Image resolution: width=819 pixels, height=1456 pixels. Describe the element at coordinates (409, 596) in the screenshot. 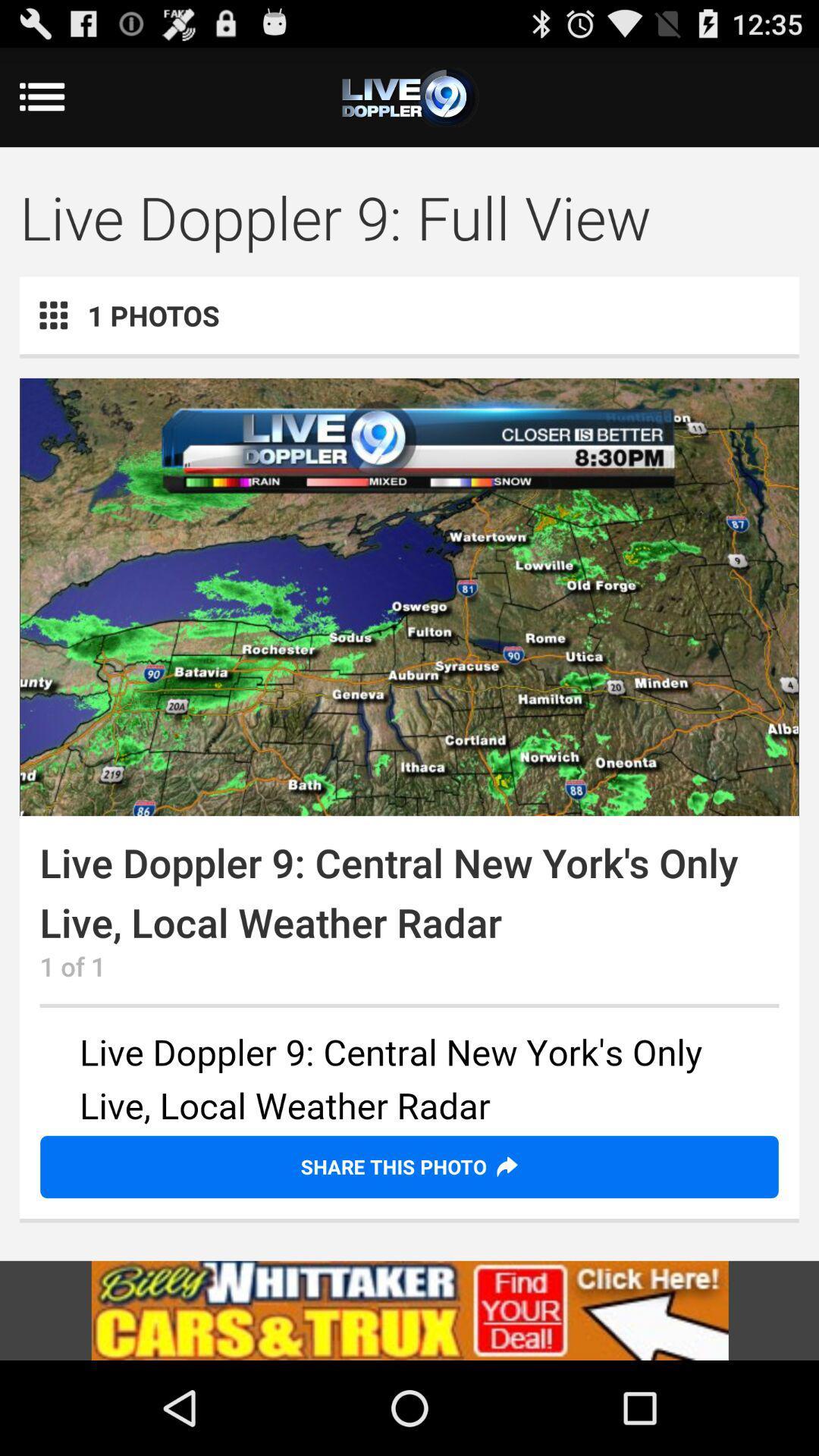

I see `show live radar` at that location.